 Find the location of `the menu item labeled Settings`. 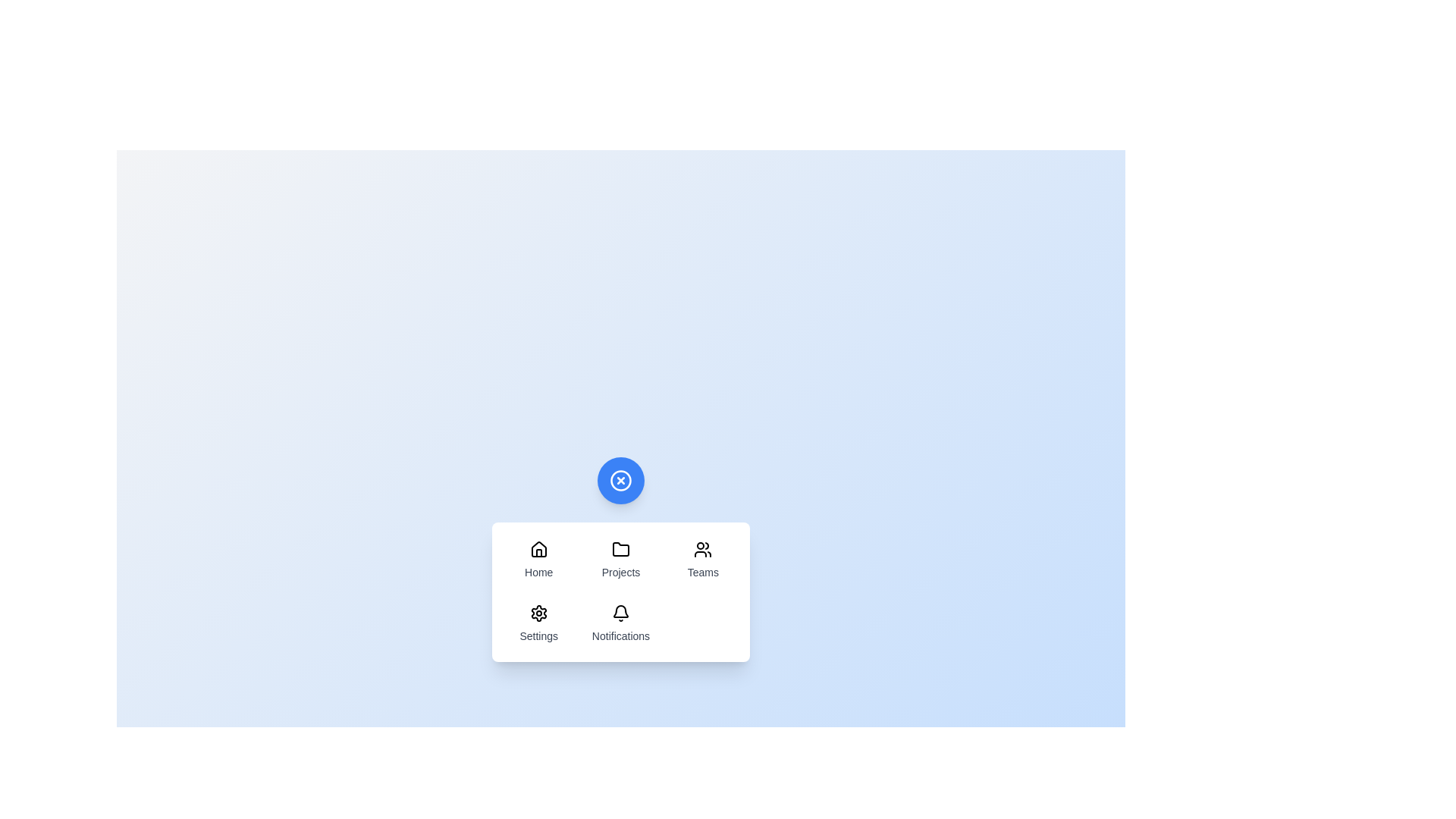

the menu item labeled Settings is located at coordinates (538, 623).